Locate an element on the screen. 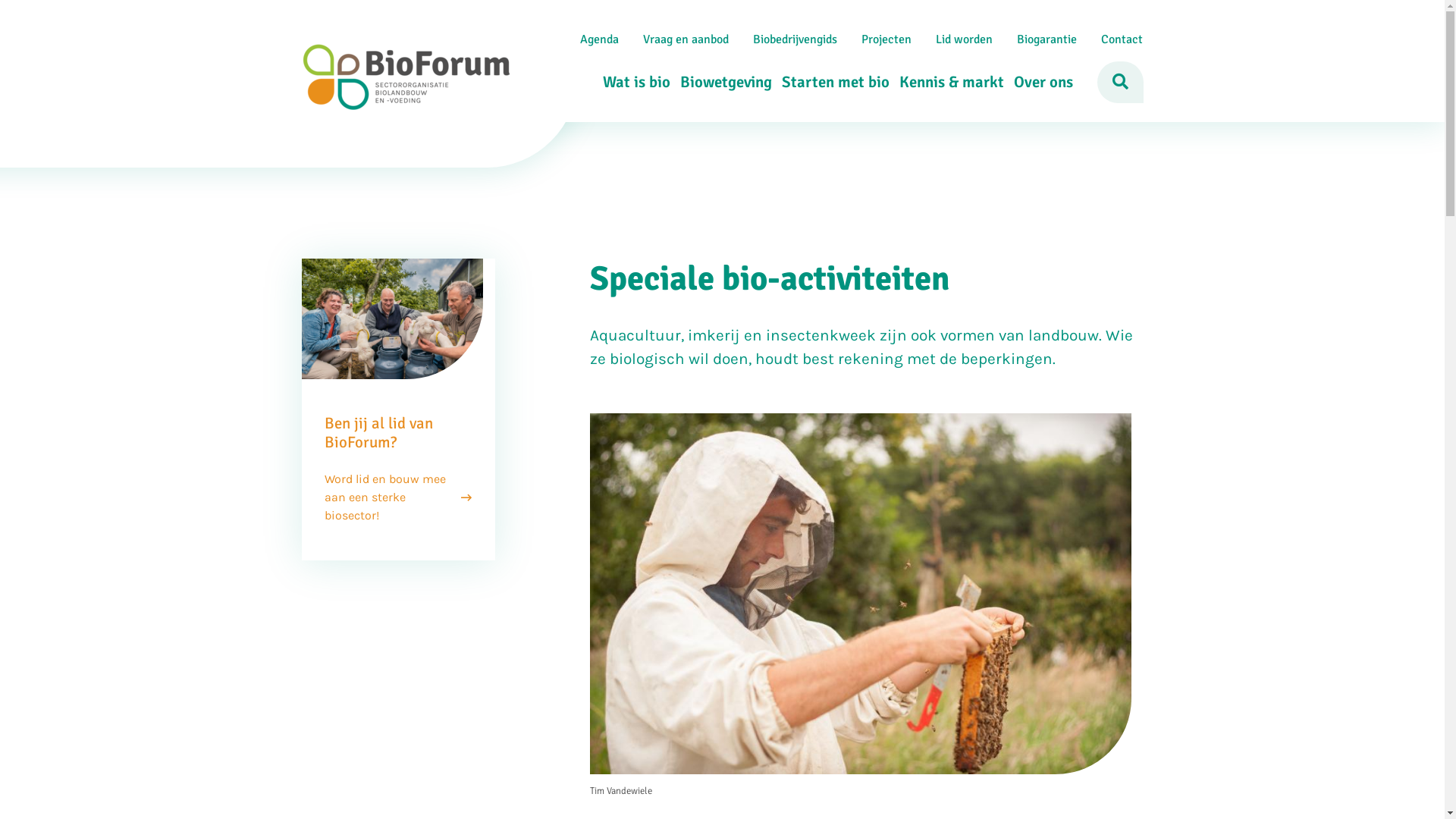 The image size is (1456, 819). 'Biowetgeving' is located at coordinates (720, 82).